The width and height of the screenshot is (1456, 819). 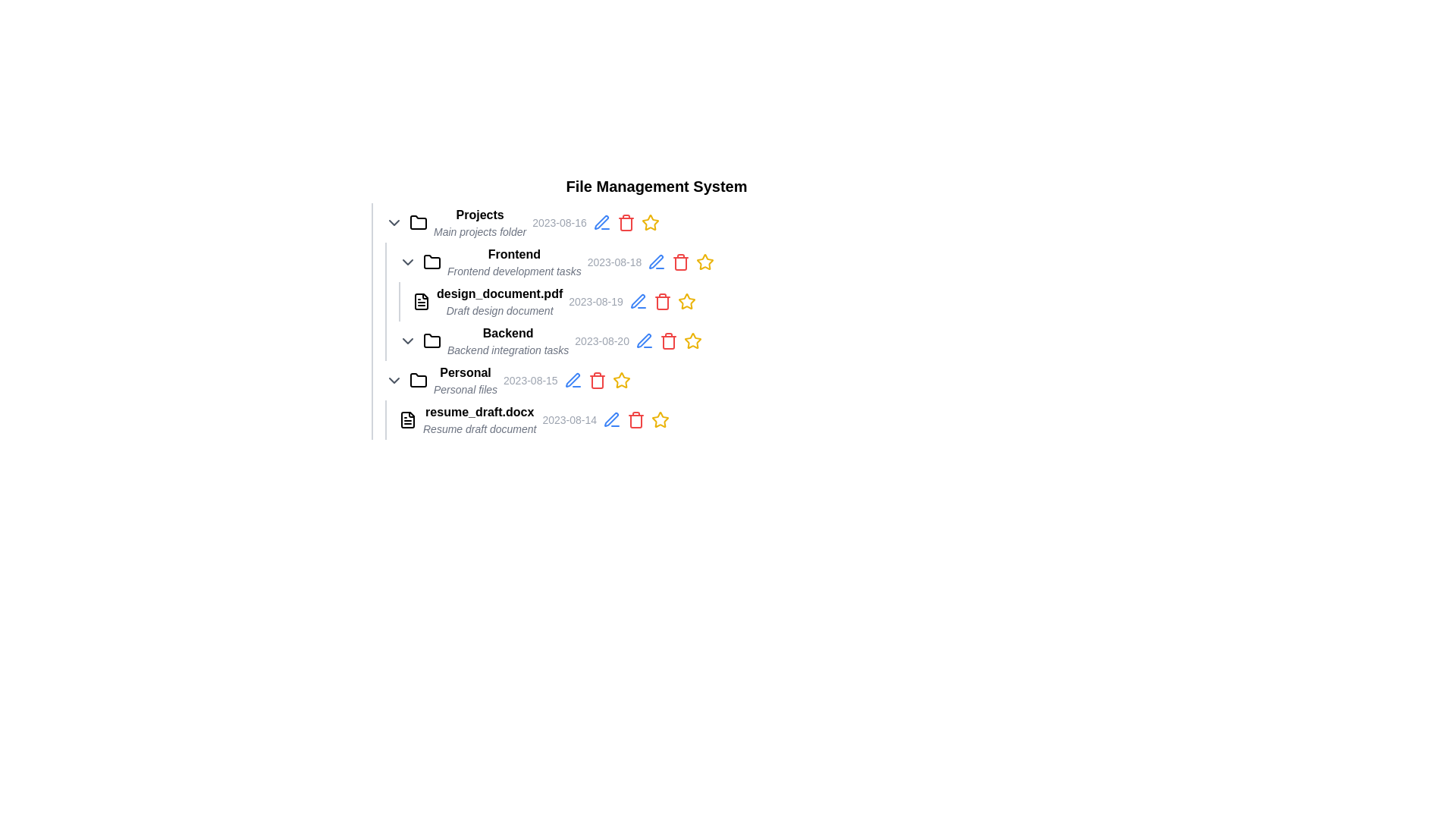 I want to click on the pencil icon associated with the 'Backend' folder entry in the 'Projects' section, so click(x=663, y=341).